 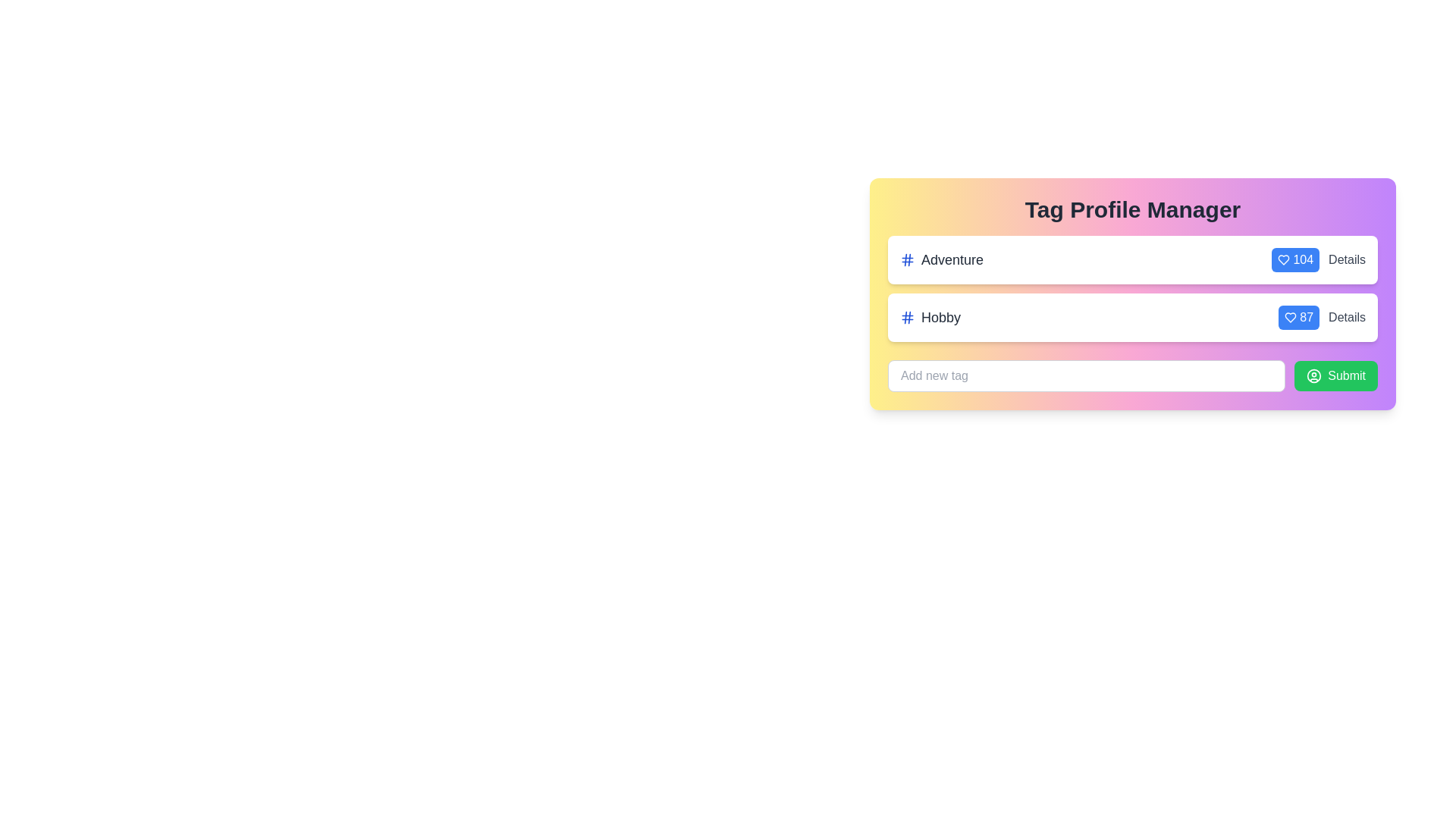 I want to click on the static label for the tag named 'Hobby' located within the 'Tag Profile Manager' section, which visually represents a tag or category label, so click(x=930, y=317).